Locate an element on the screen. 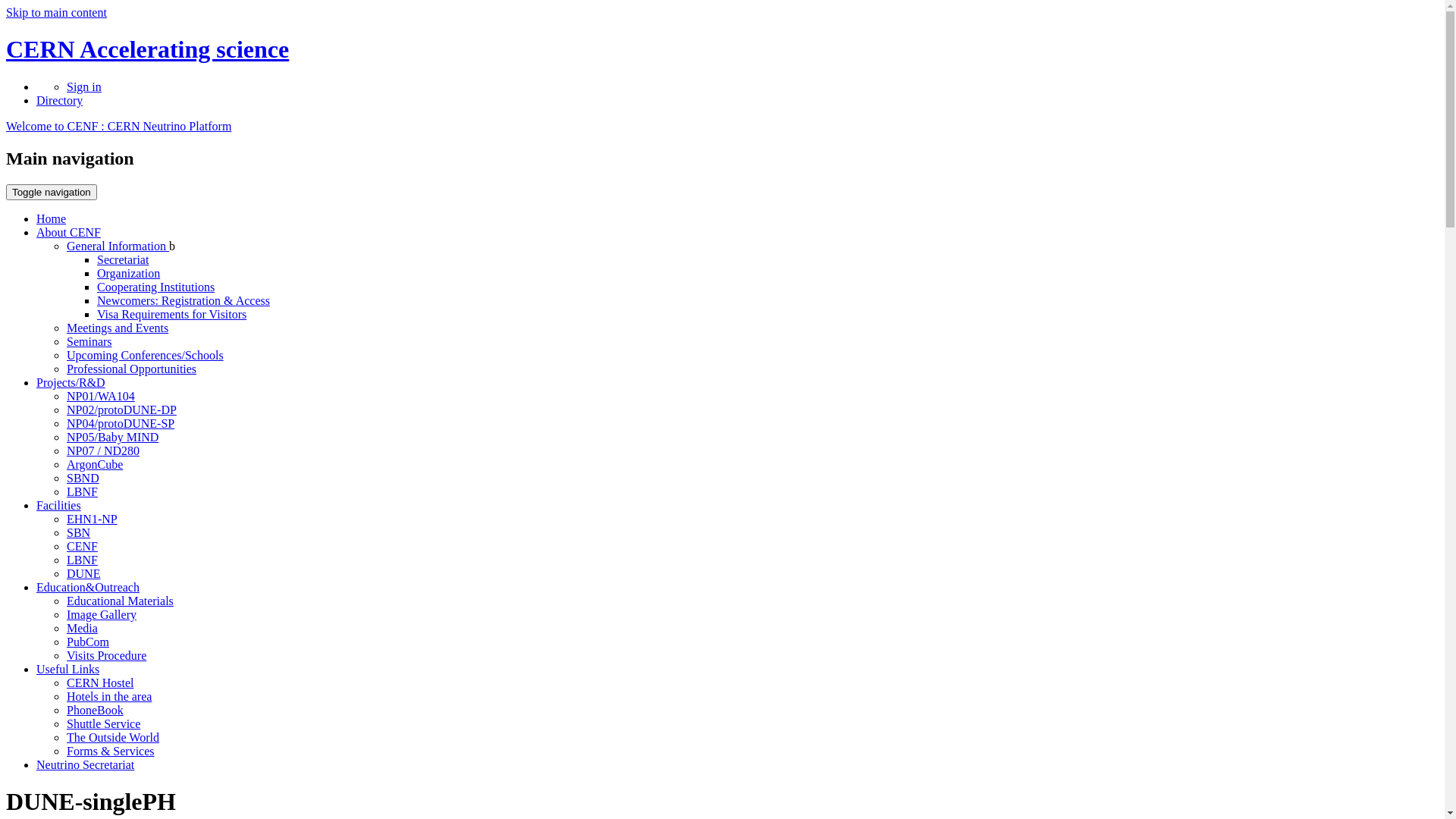 The height and width of the screenshot is (819, 1456). 'NP02/protoDUNE-DP' is located at coordinates (121, 409).